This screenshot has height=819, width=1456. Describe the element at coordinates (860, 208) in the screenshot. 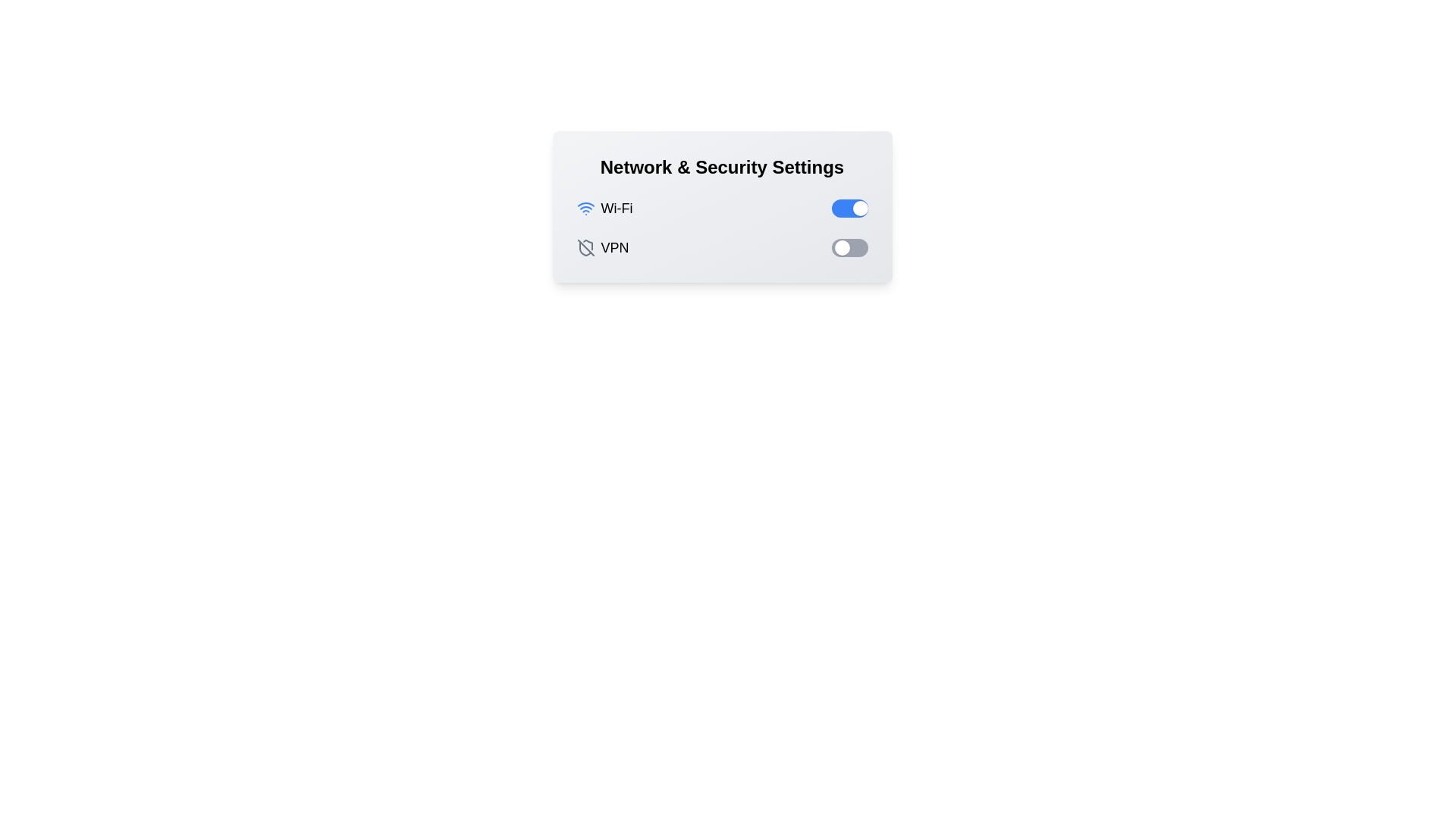

I see `the small white circular toggle switch indicator that is part of the active Wi-Fi option in the settings, embedded within a blue rounded rectangular toggle control` at that location.